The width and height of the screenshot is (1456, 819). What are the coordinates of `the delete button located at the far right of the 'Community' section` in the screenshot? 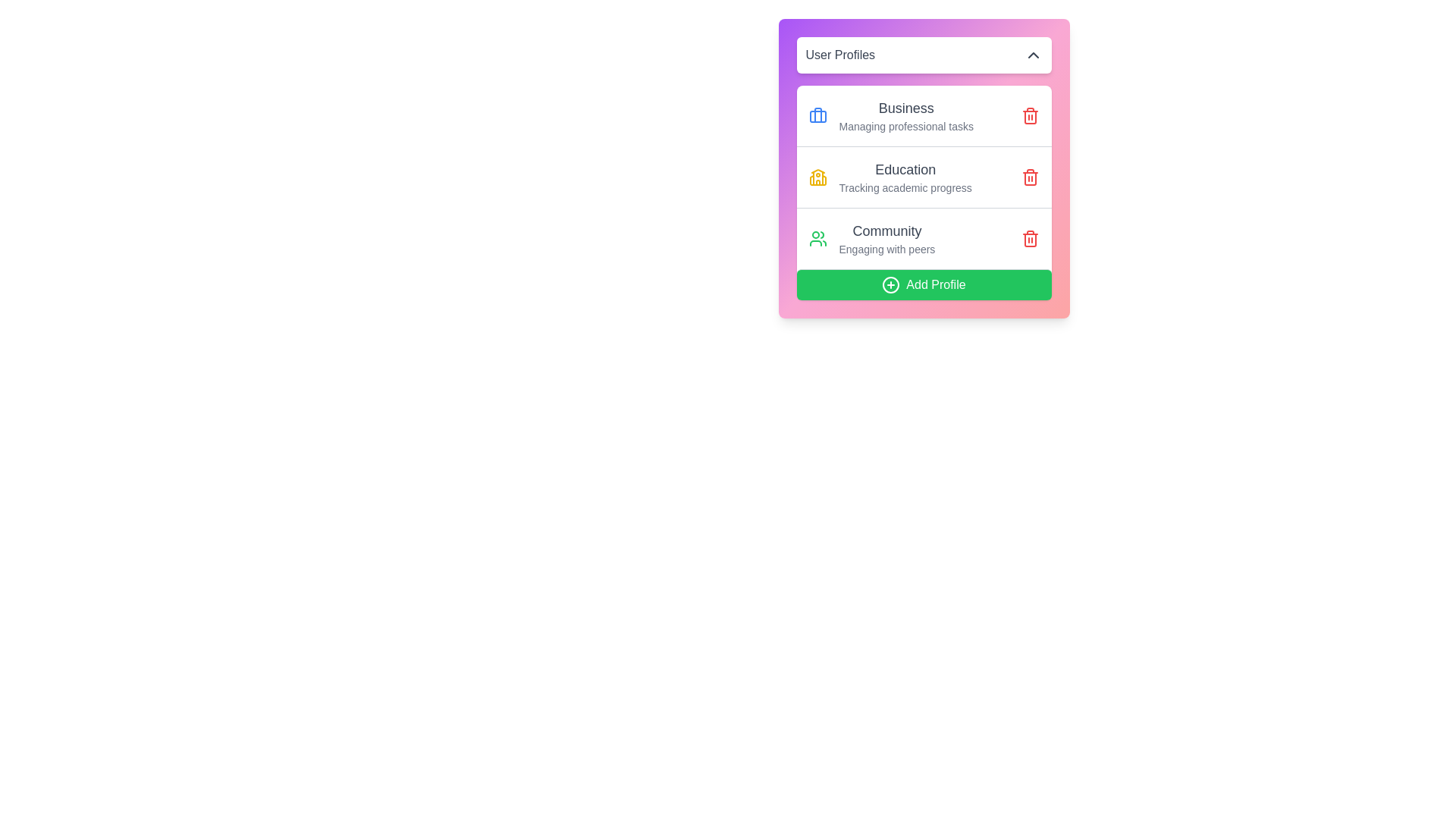 It's located at (1030, 239).